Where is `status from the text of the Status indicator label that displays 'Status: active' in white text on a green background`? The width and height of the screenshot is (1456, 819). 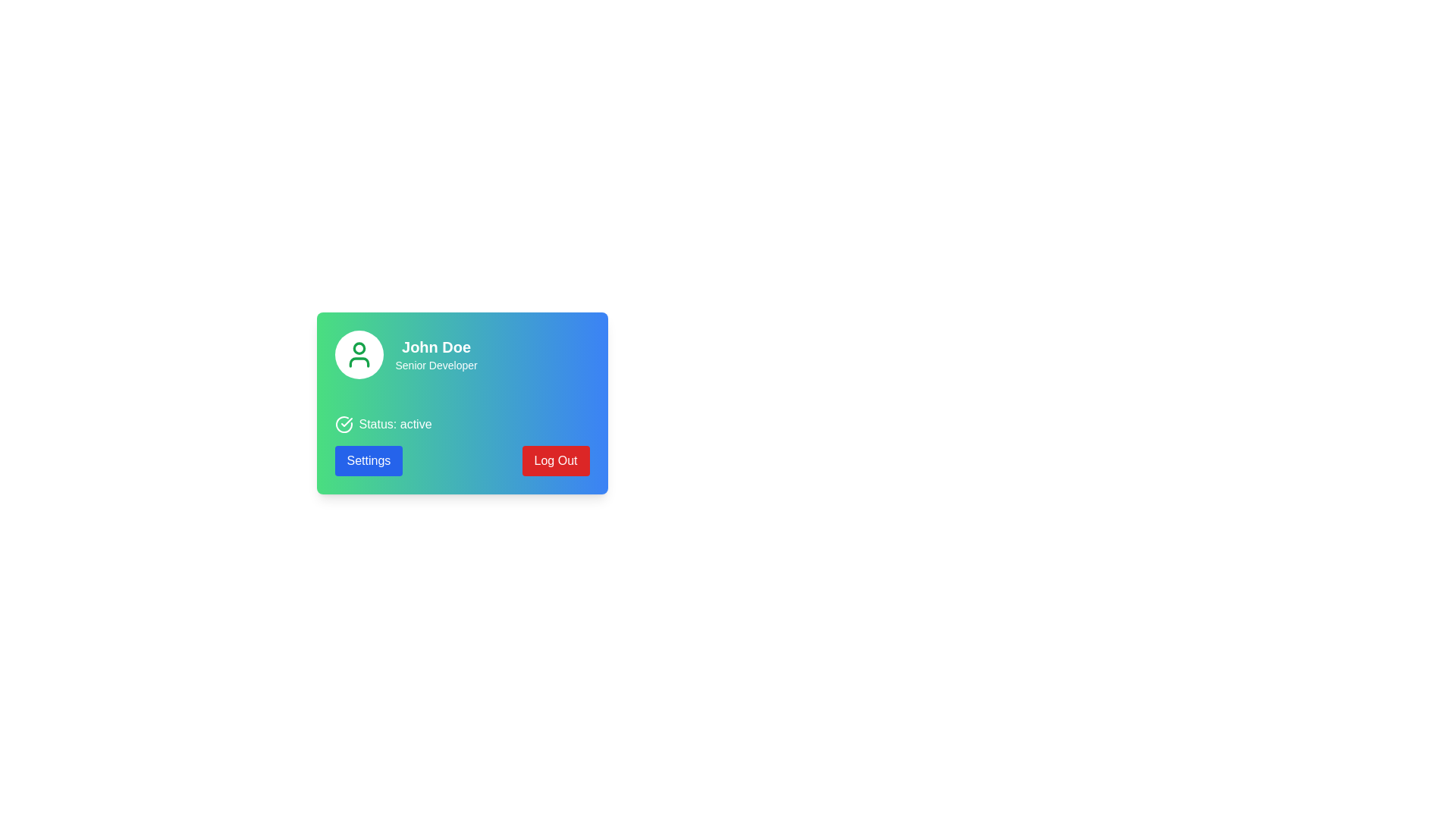 status from the text of the Status indicator label that displays 'Status: active' in white text on a green background is located at coordinates (395, 424).